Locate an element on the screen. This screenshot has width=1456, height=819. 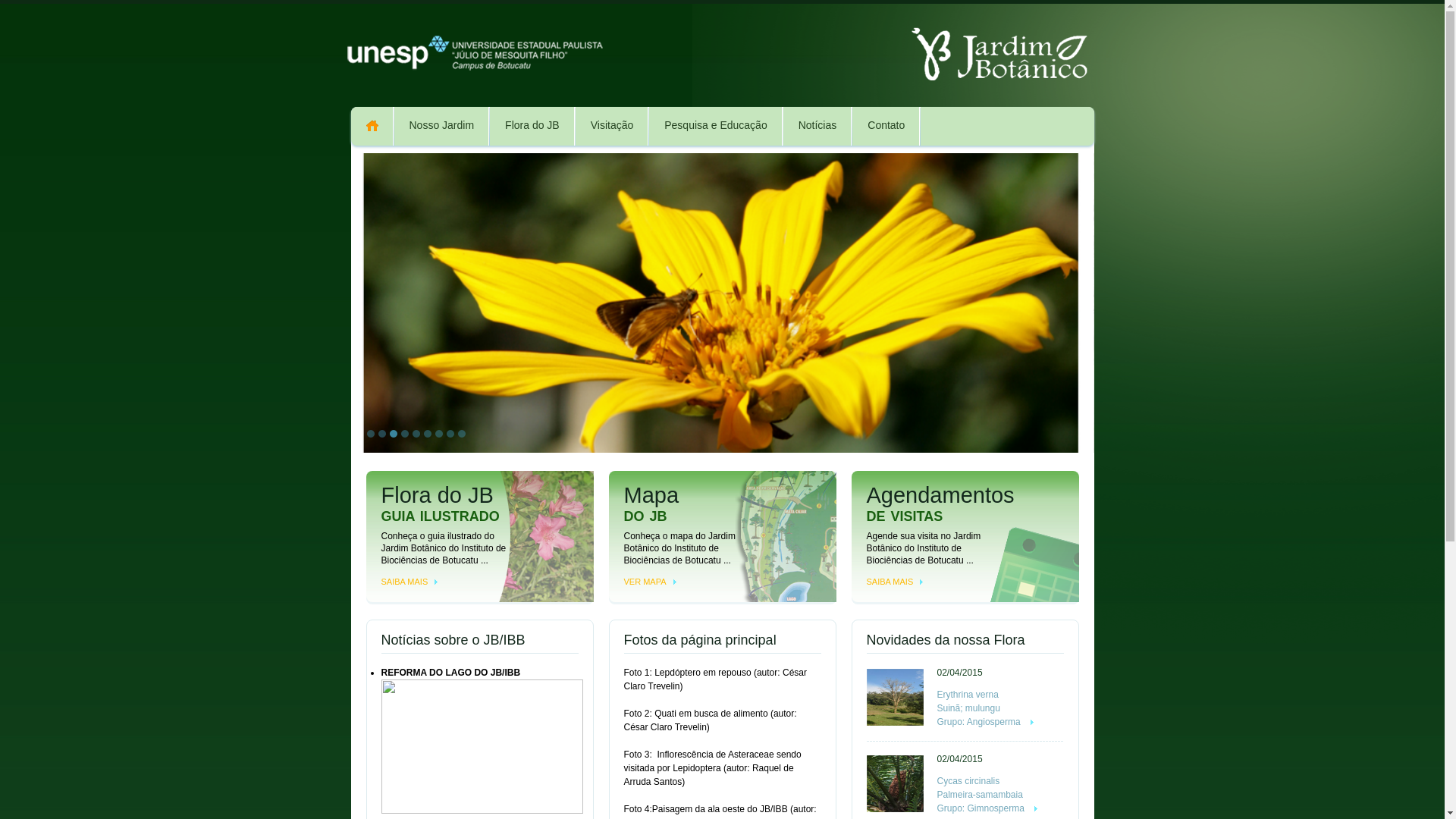
'7' is located at coordinates (438, 433).